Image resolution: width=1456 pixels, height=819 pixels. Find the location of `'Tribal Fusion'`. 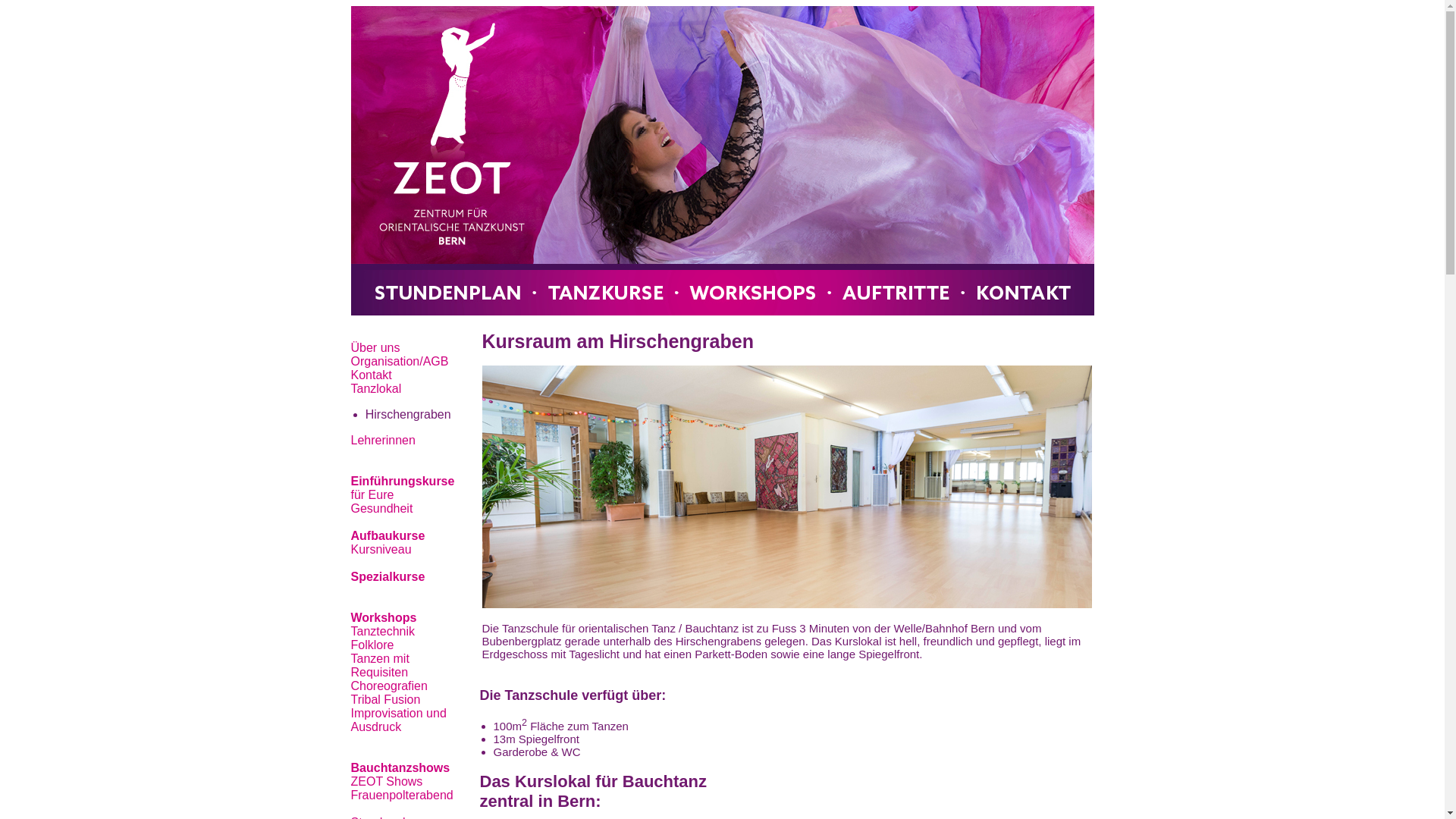

'Tribal Fusion' is located at coordinates (385, 699).